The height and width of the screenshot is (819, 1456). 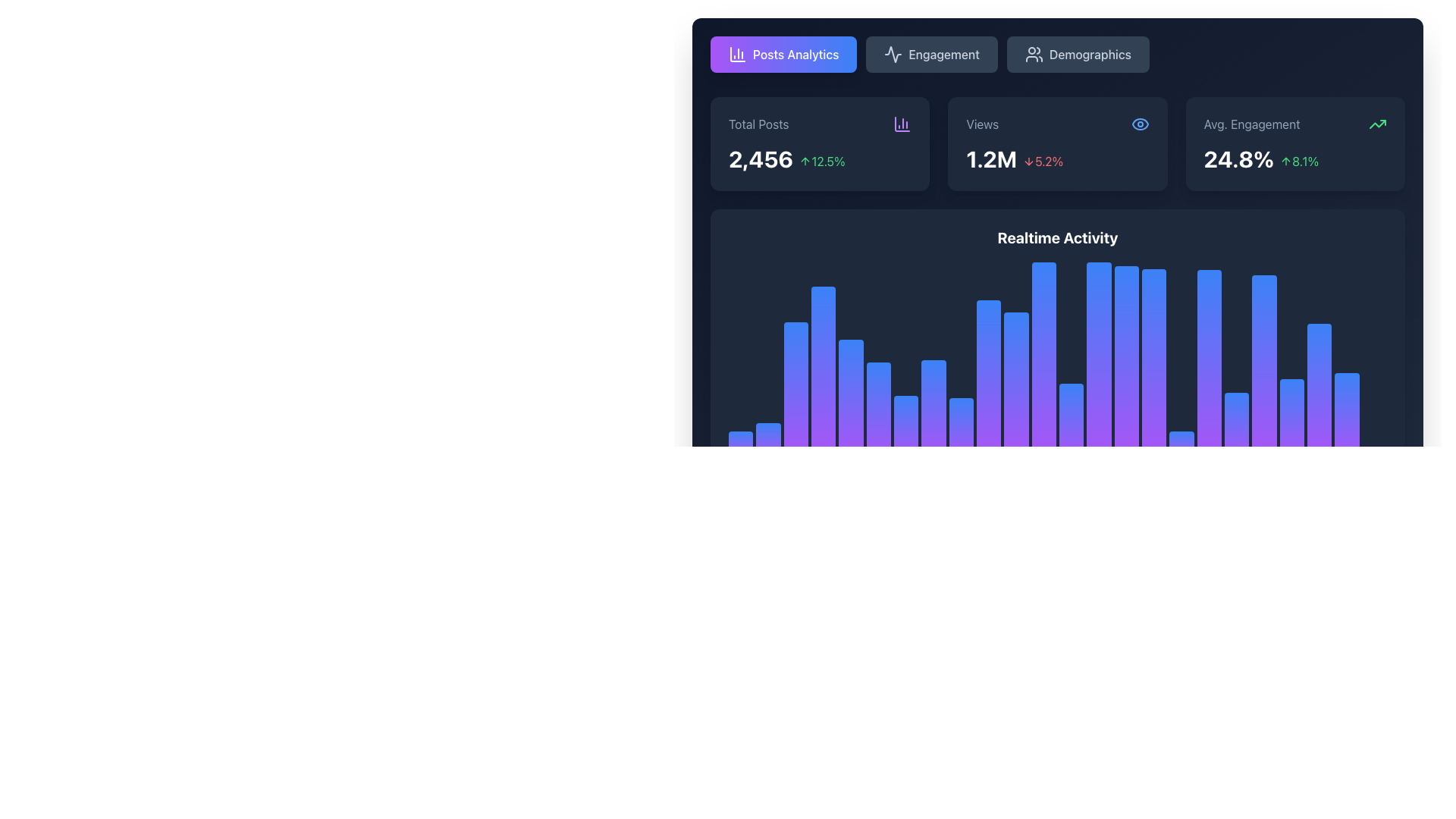 What do you see at coordinates (1057, 143) in the screenshot?
I see `the Informational card titled 'Views' that displays '1.2M' with a red percentage of '-5.2%', located in the top row of a three-column grid layout` at bounding box center [1057, 143].